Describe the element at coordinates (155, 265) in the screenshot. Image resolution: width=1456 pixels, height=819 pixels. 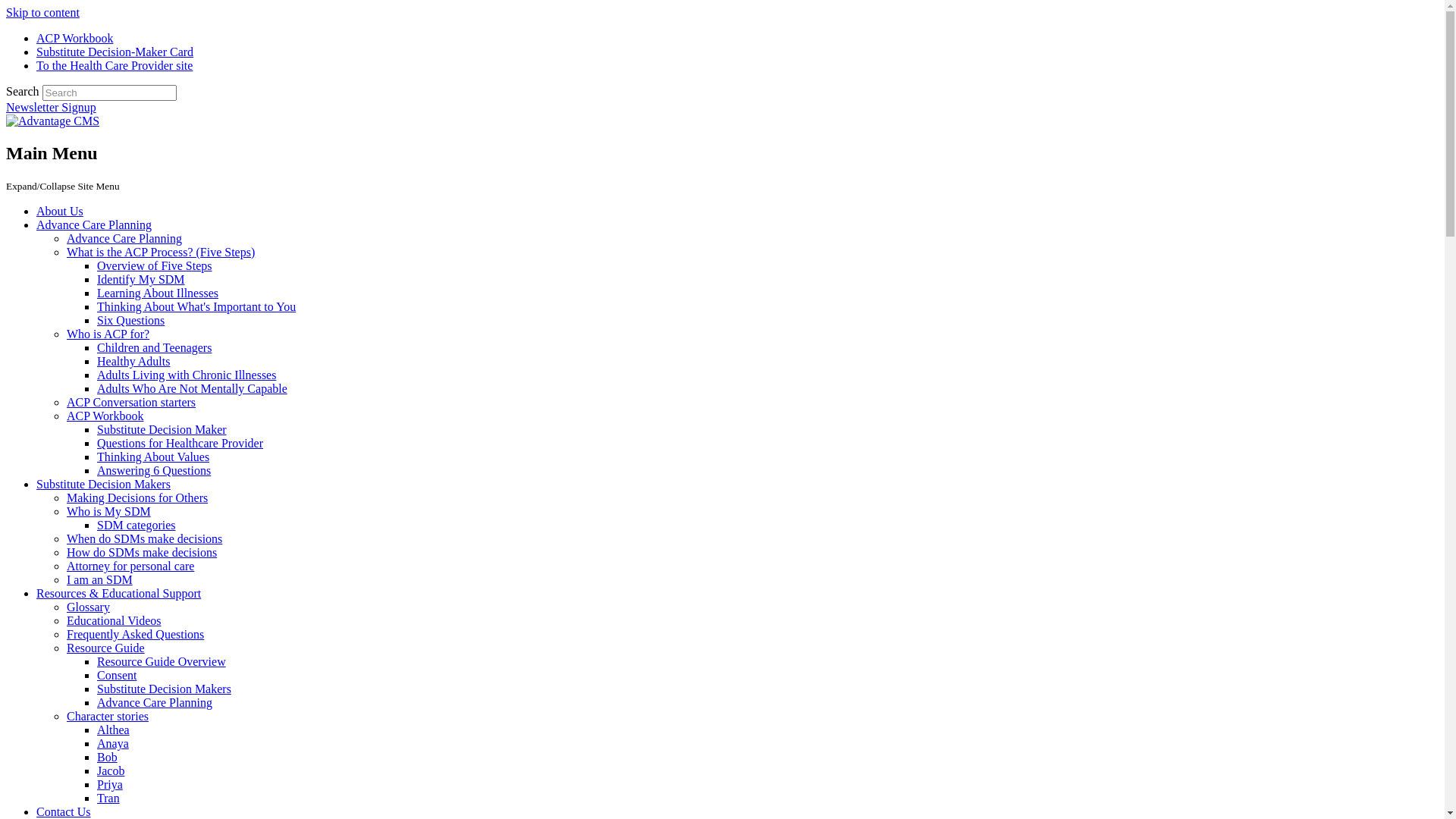
I see `'Overview of Five Steps'` at that location.